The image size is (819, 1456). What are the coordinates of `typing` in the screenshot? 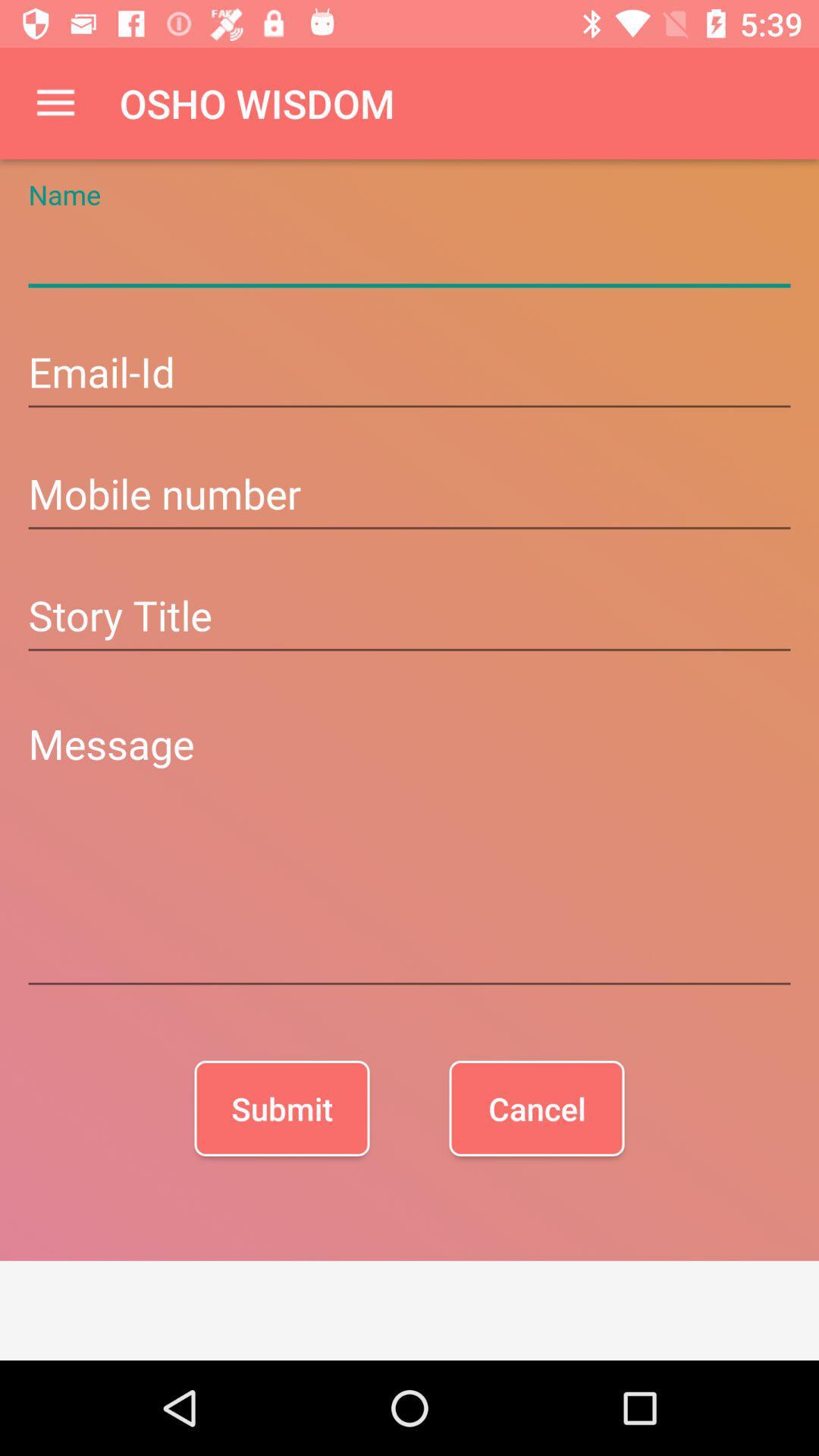 It's located at (409, 253).